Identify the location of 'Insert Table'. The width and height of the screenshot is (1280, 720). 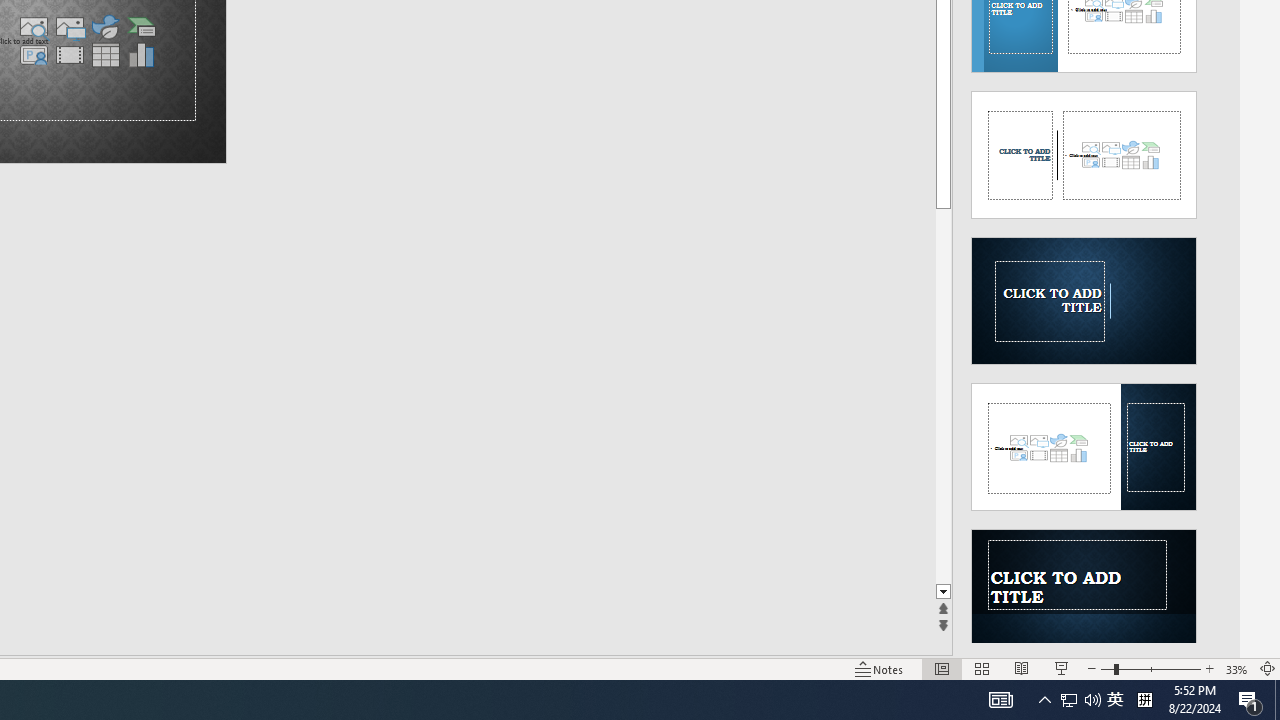
(104, 54).